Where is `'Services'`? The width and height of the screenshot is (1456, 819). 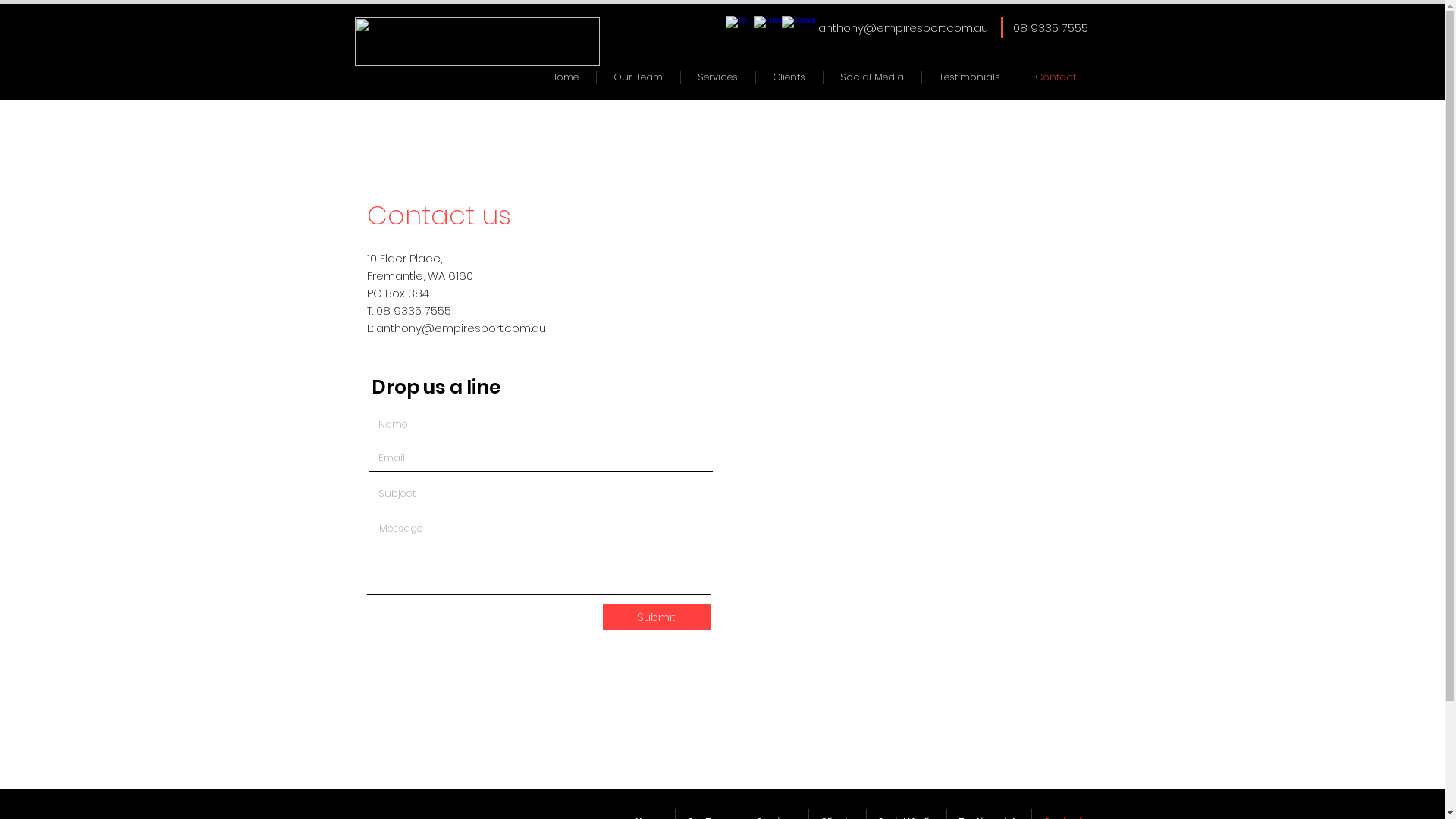 'Services' is located at coordinates (717, 77).